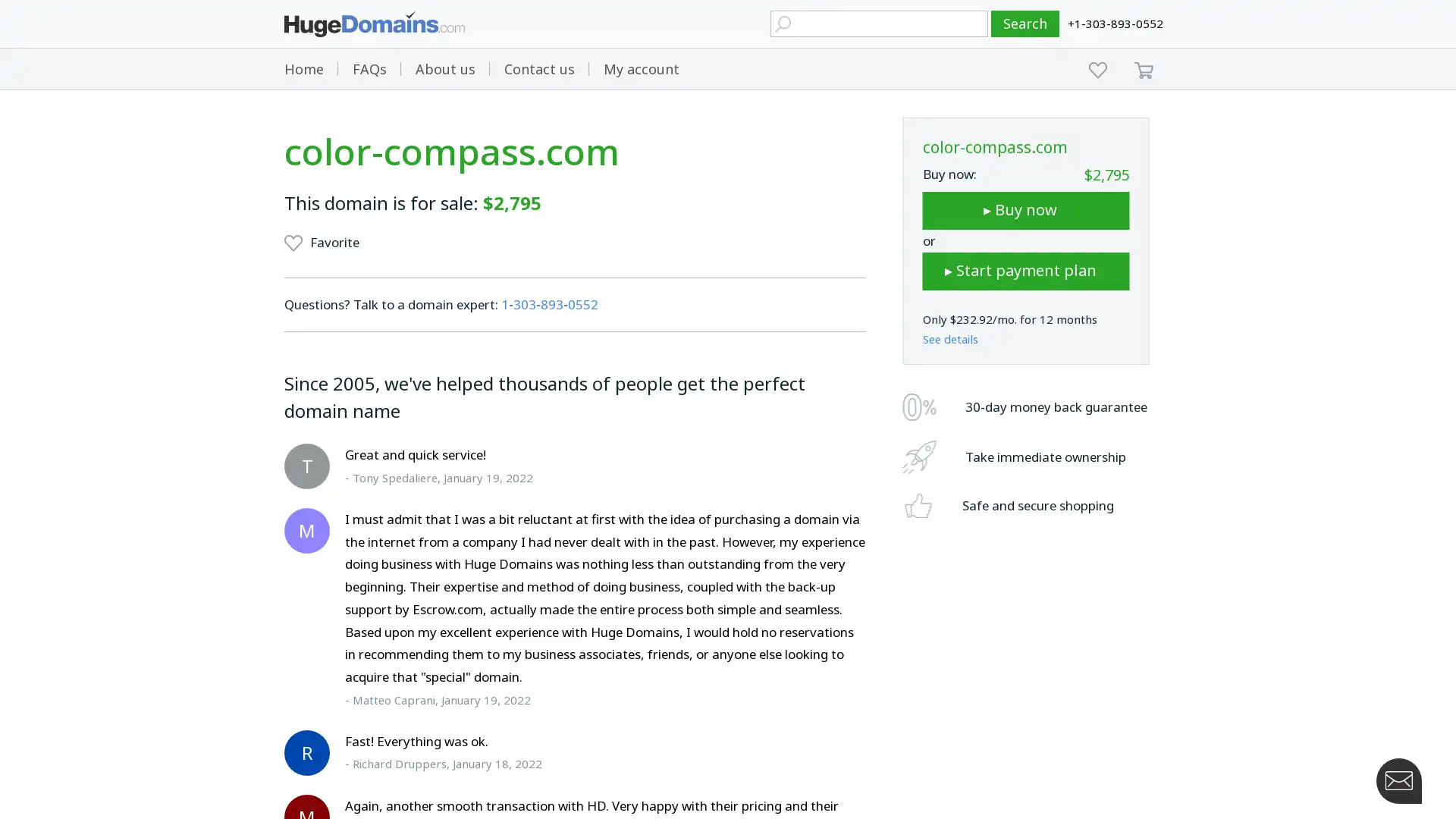  Describe the element at coordinates (1025, 24) in the screenshot. I see `Search` at that location.